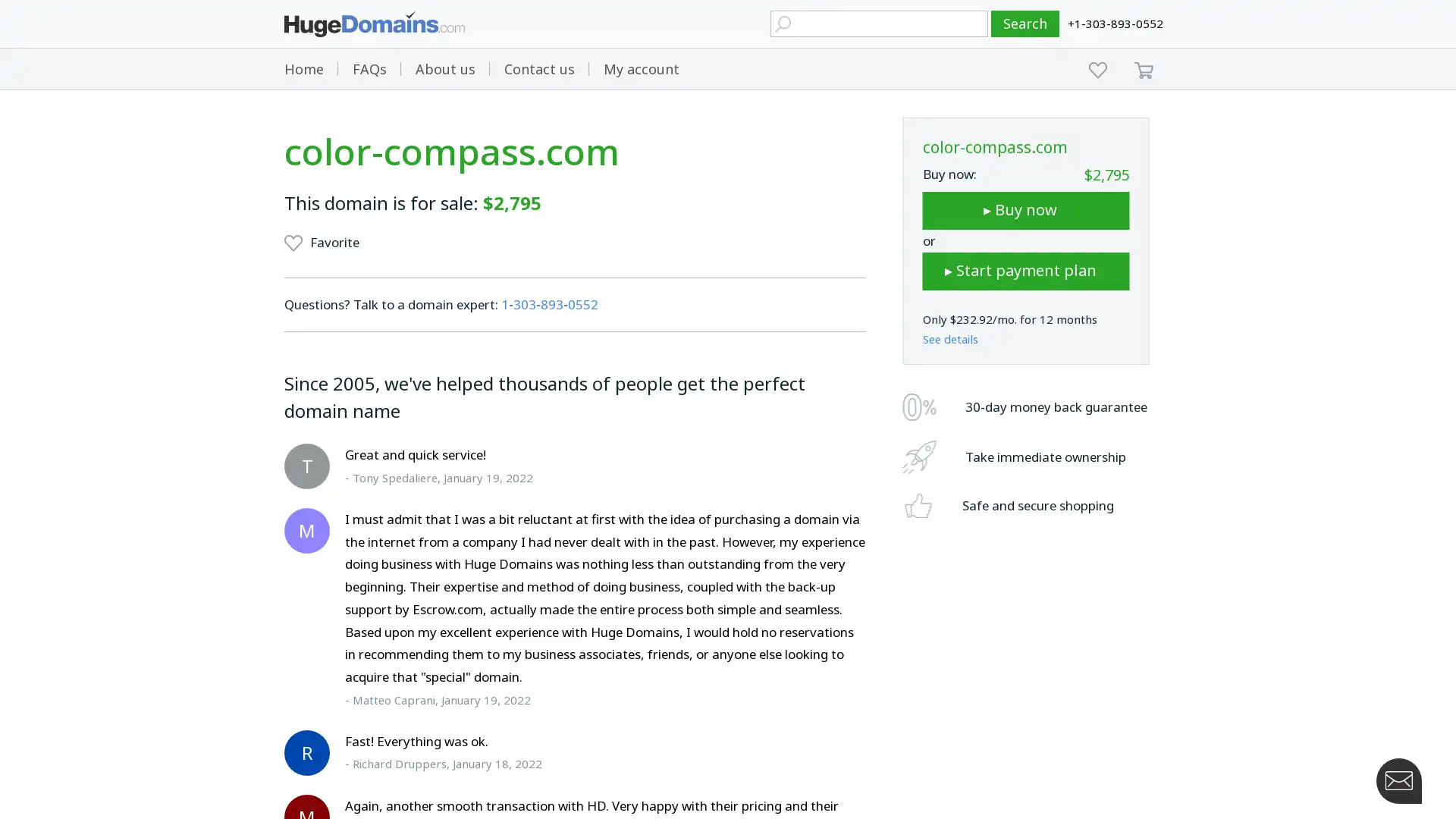  Describe the element at coordinates (1025, 24) in the screenshot. I see `Search` at that location.